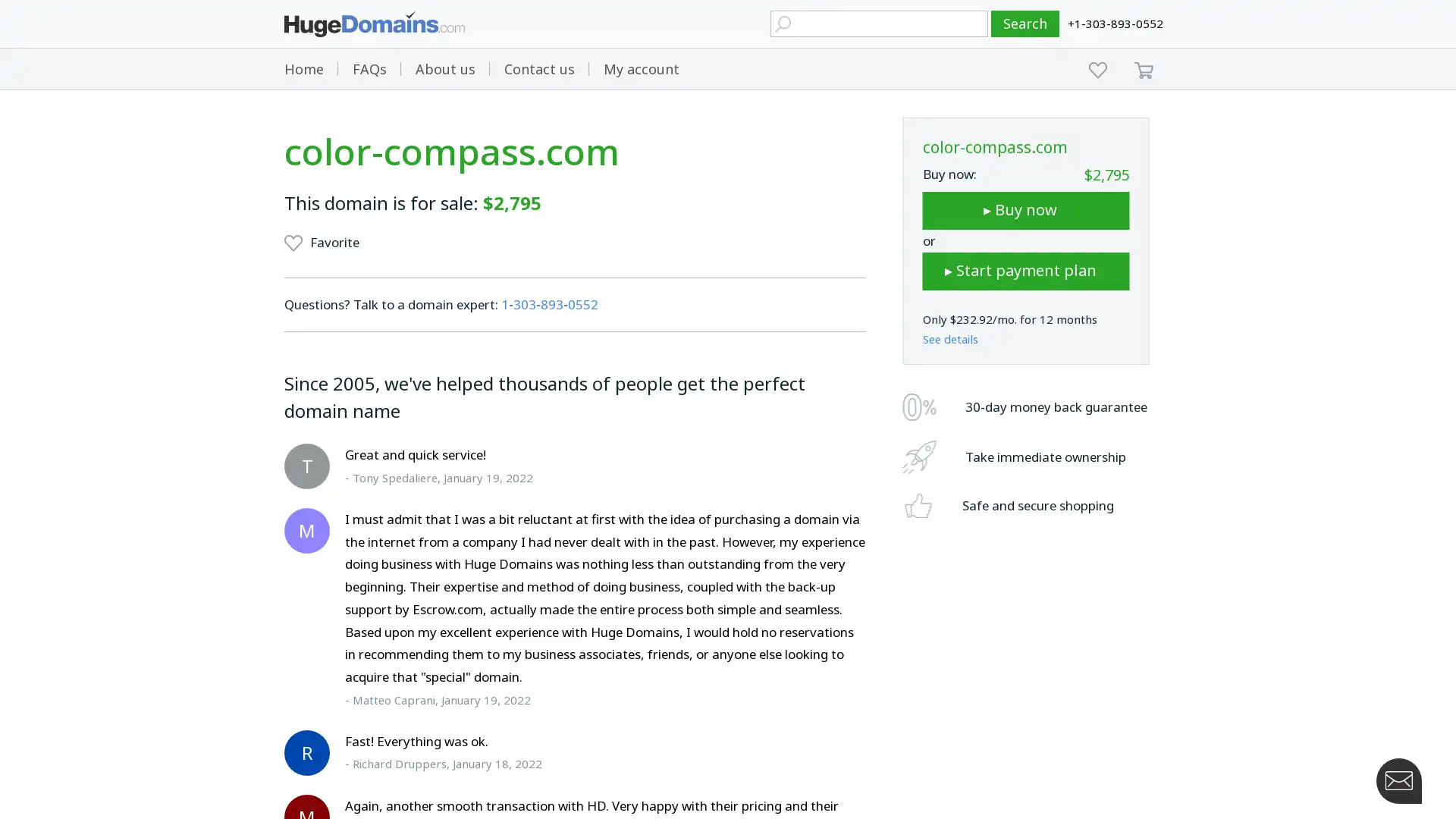  Describe the element at coordinates (1025, 24) in the screenshot. I see `Search` at that location.